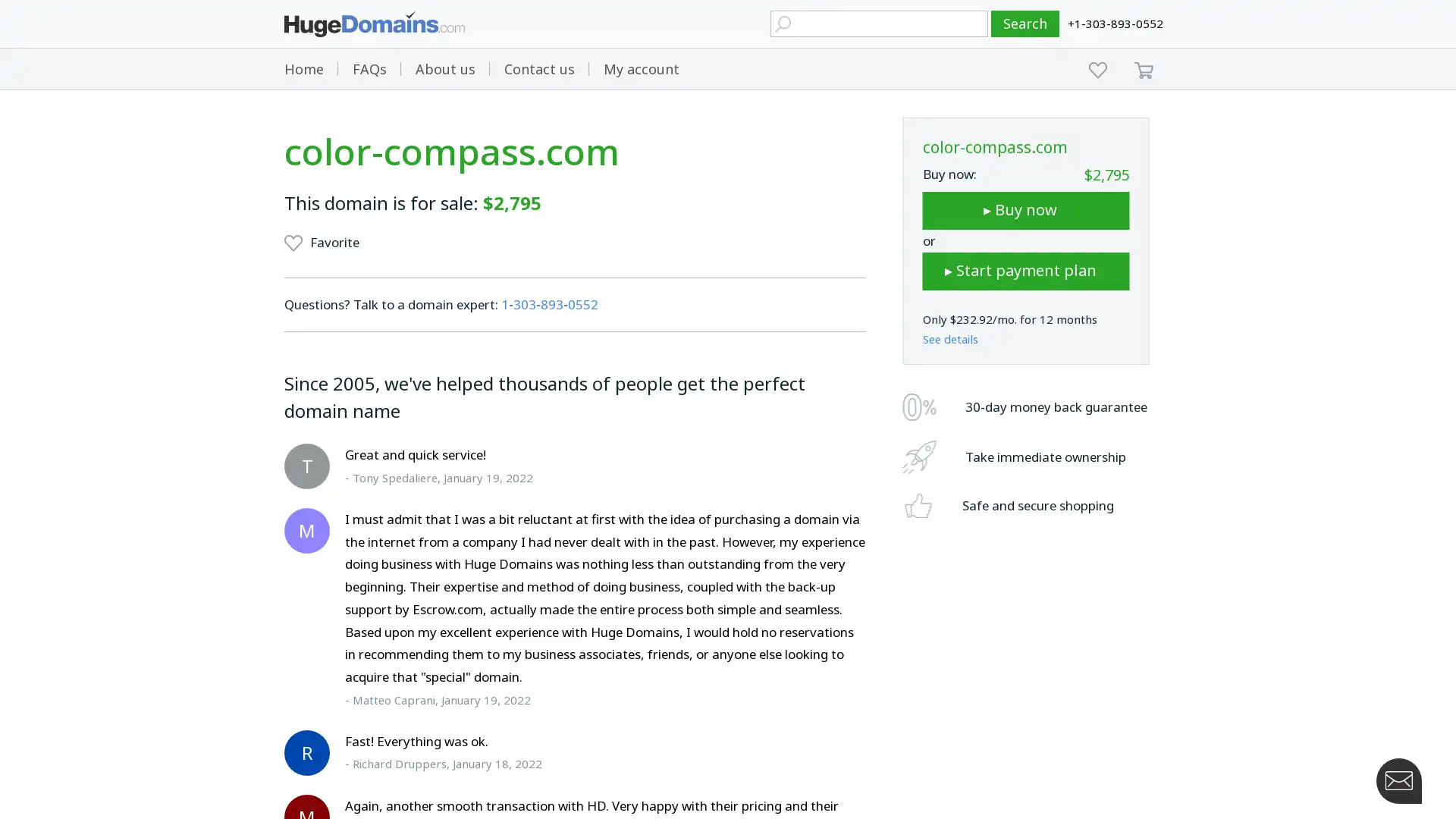  Describe the element at coordinates (1025, 24) in the screenshot. I see `Search` at that location.